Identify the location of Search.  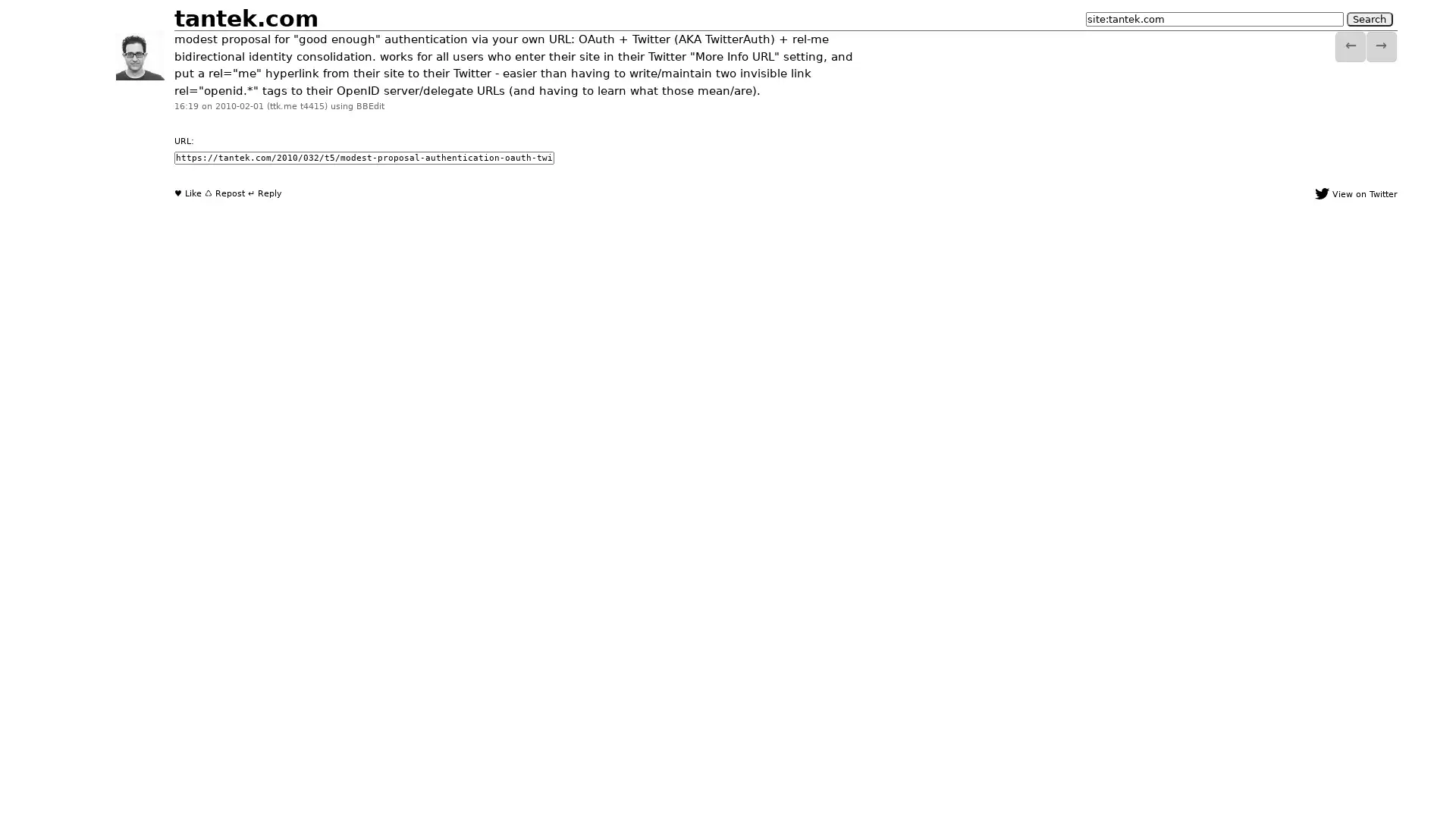
(1369, 19).